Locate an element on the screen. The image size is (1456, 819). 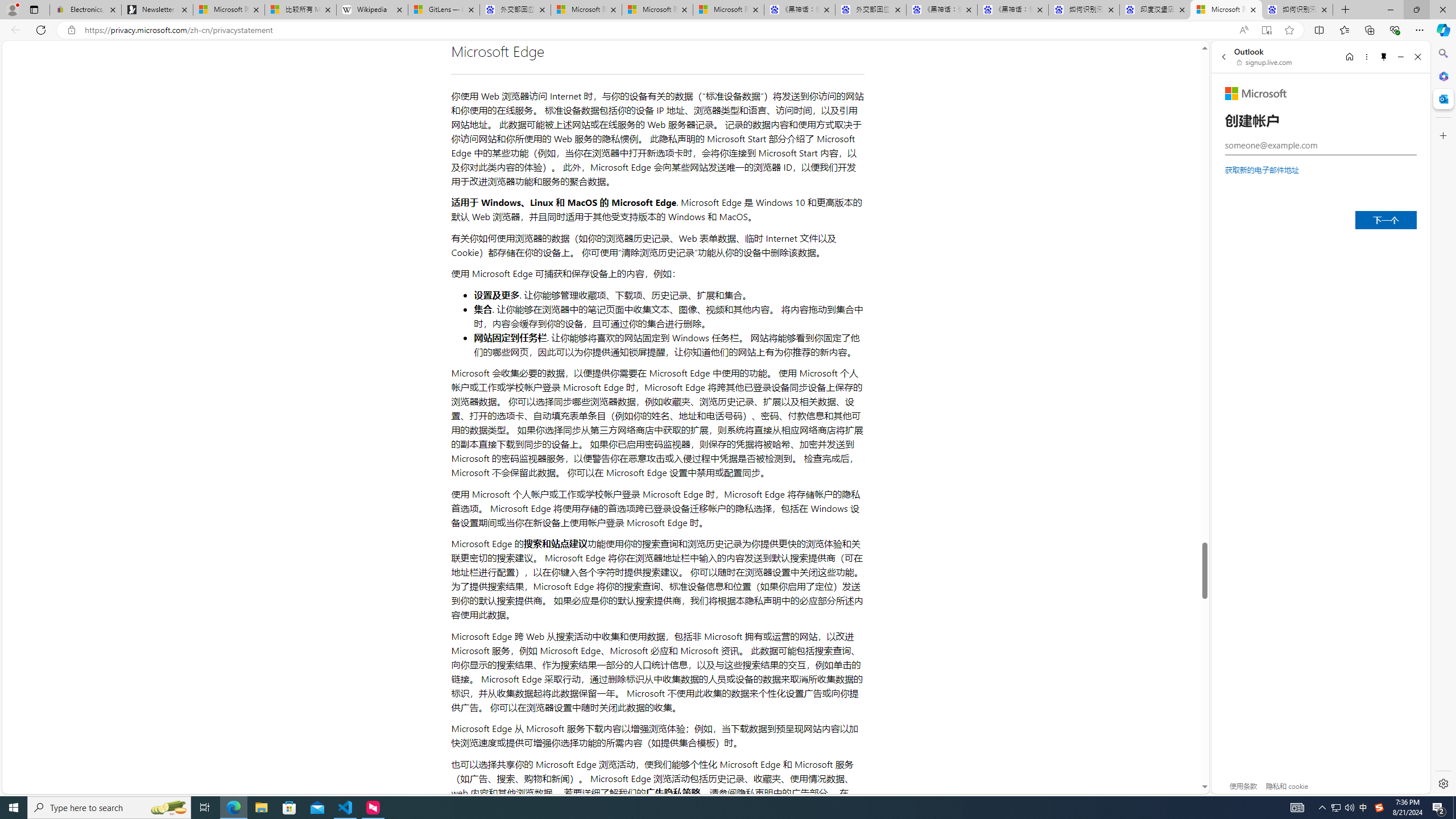
'Collections' is located at coordinates (1368, 29).